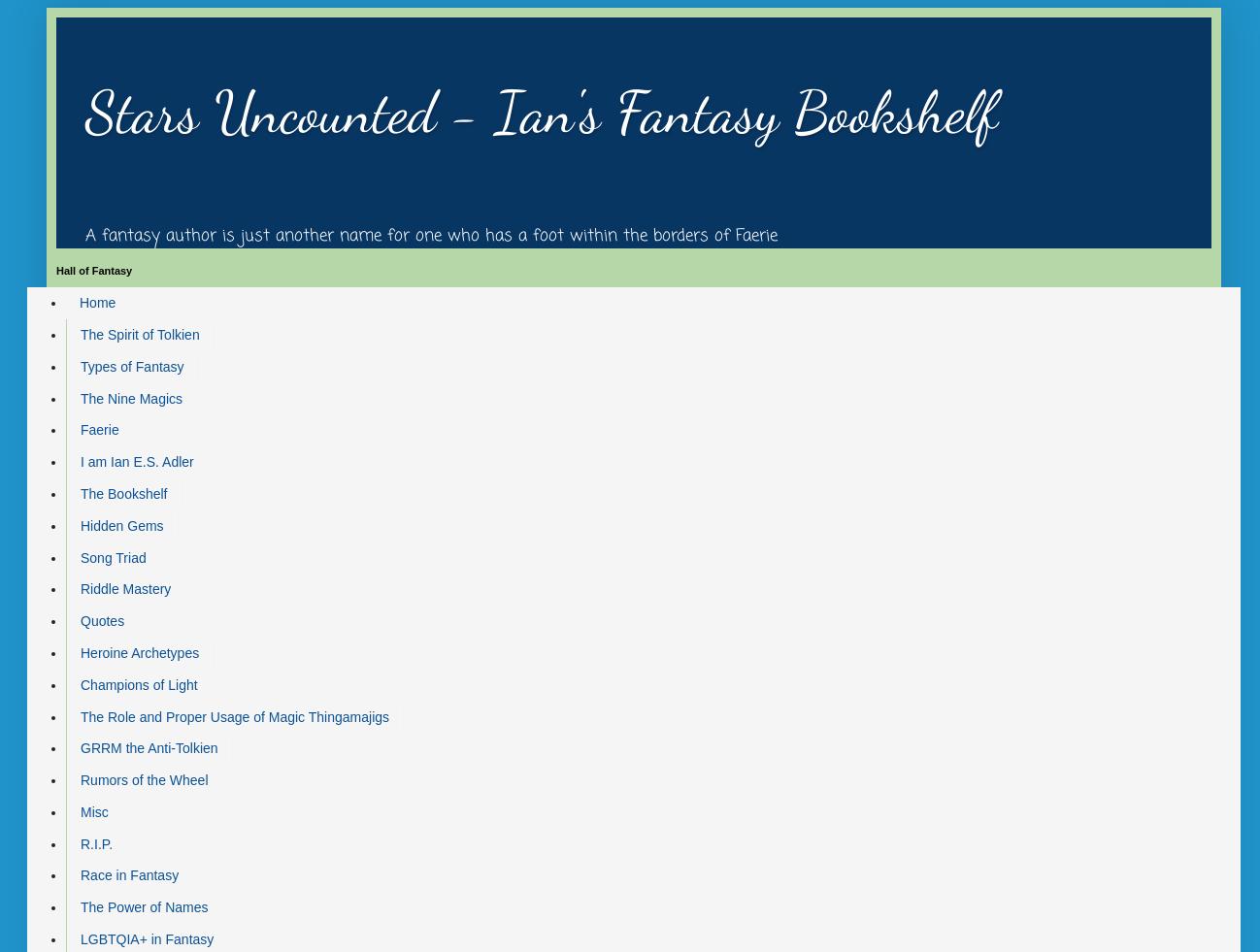  I want to click on 'The Role and Proper Usage of Magic Thingamajigs', so click(234, 716).